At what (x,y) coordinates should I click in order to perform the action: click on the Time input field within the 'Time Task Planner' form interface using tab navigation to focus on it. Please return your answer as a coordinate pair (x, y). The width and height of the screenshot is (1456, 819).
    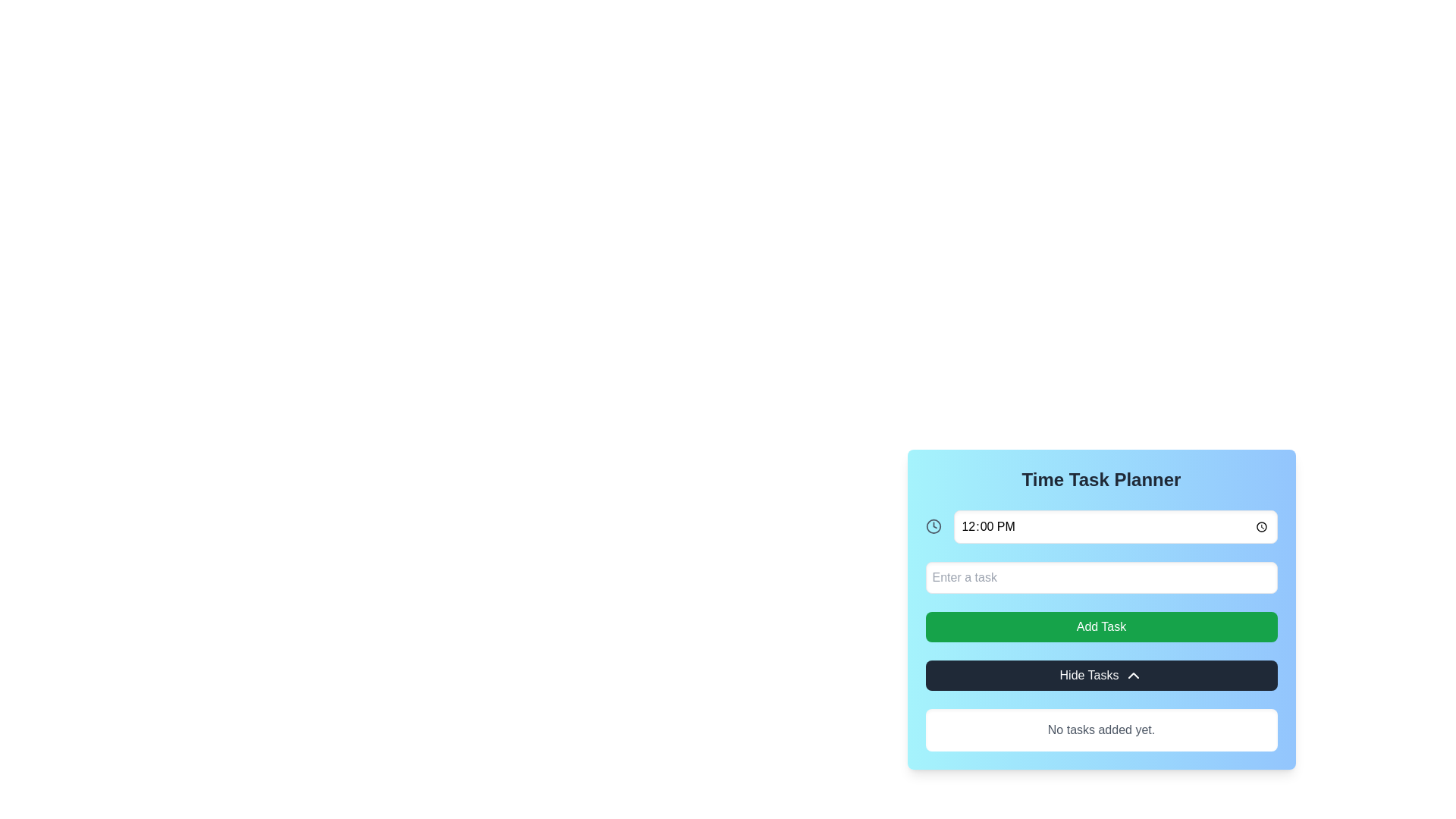
    Looking at the image, I should click on (1116, 526).